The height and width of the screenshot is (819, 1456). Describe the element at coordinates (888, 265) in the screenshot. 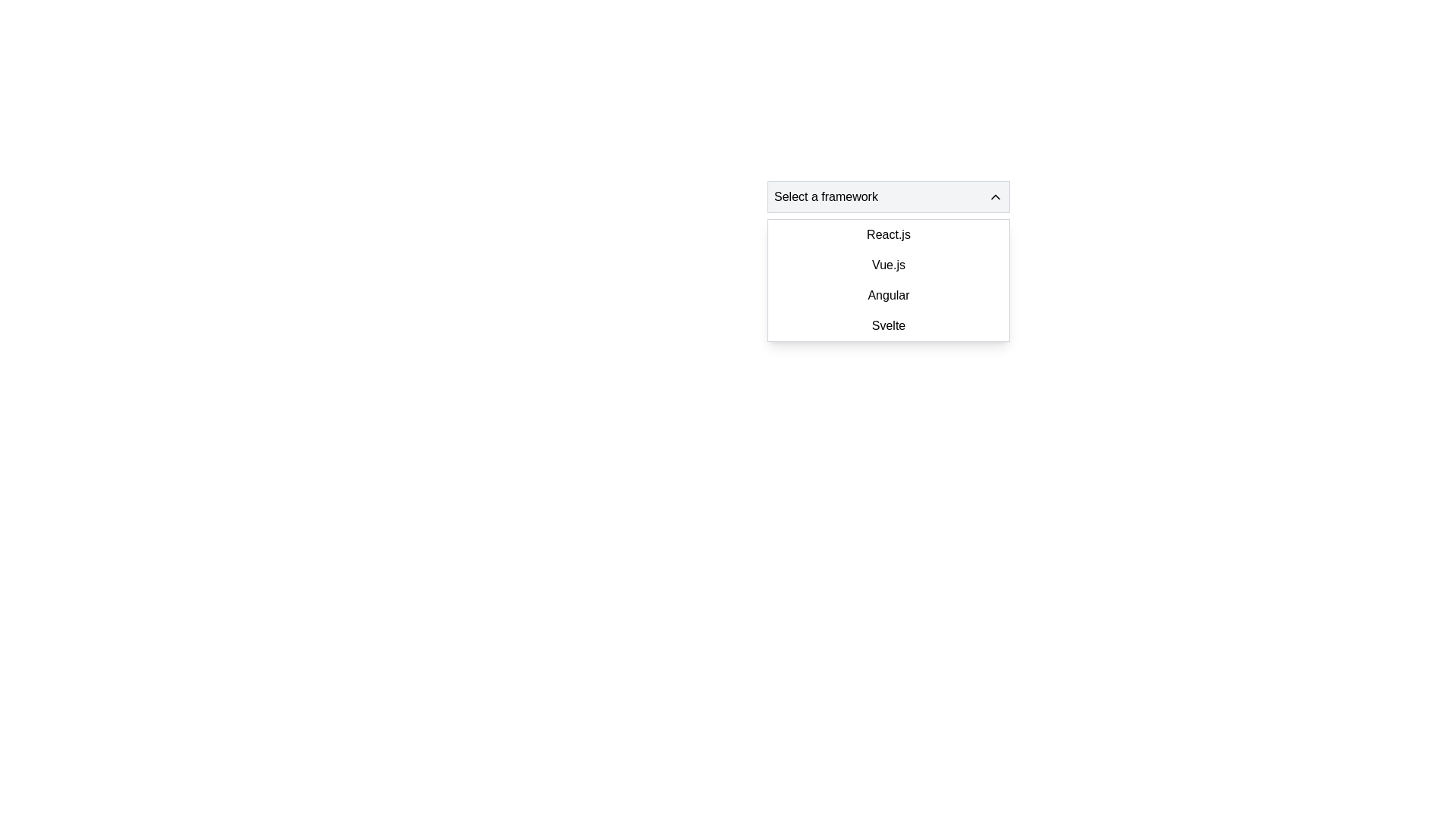

I see `the second item in the dropdown menu, which displays 'Vue.js'` at that location.